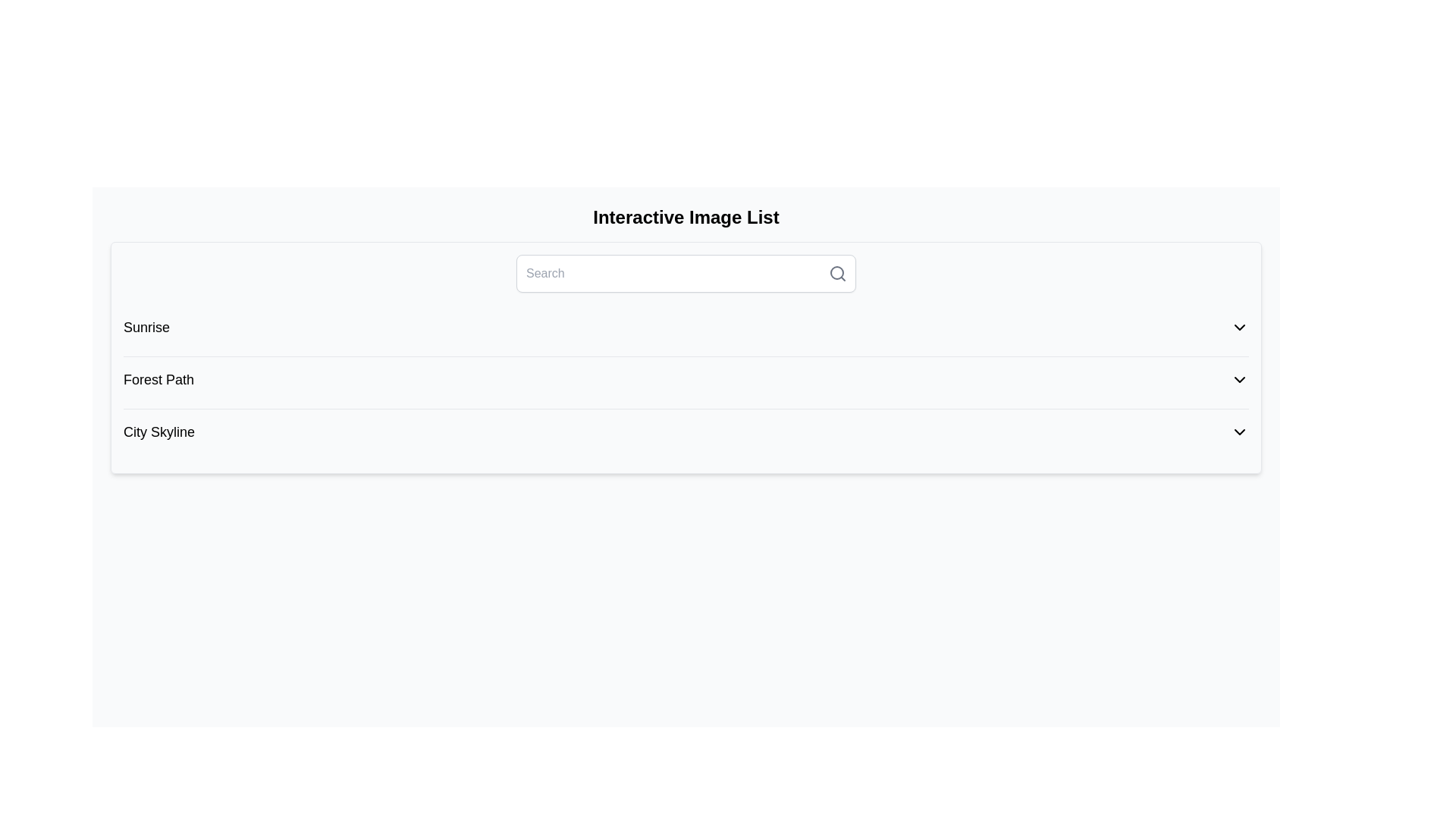 This screenshot has height=819, width=1456. What do you see at coordinates (686, 479) in the screenshot?
I see `the tag labeled 'CITY SKYLINE'` at bounding box center [686, 479].